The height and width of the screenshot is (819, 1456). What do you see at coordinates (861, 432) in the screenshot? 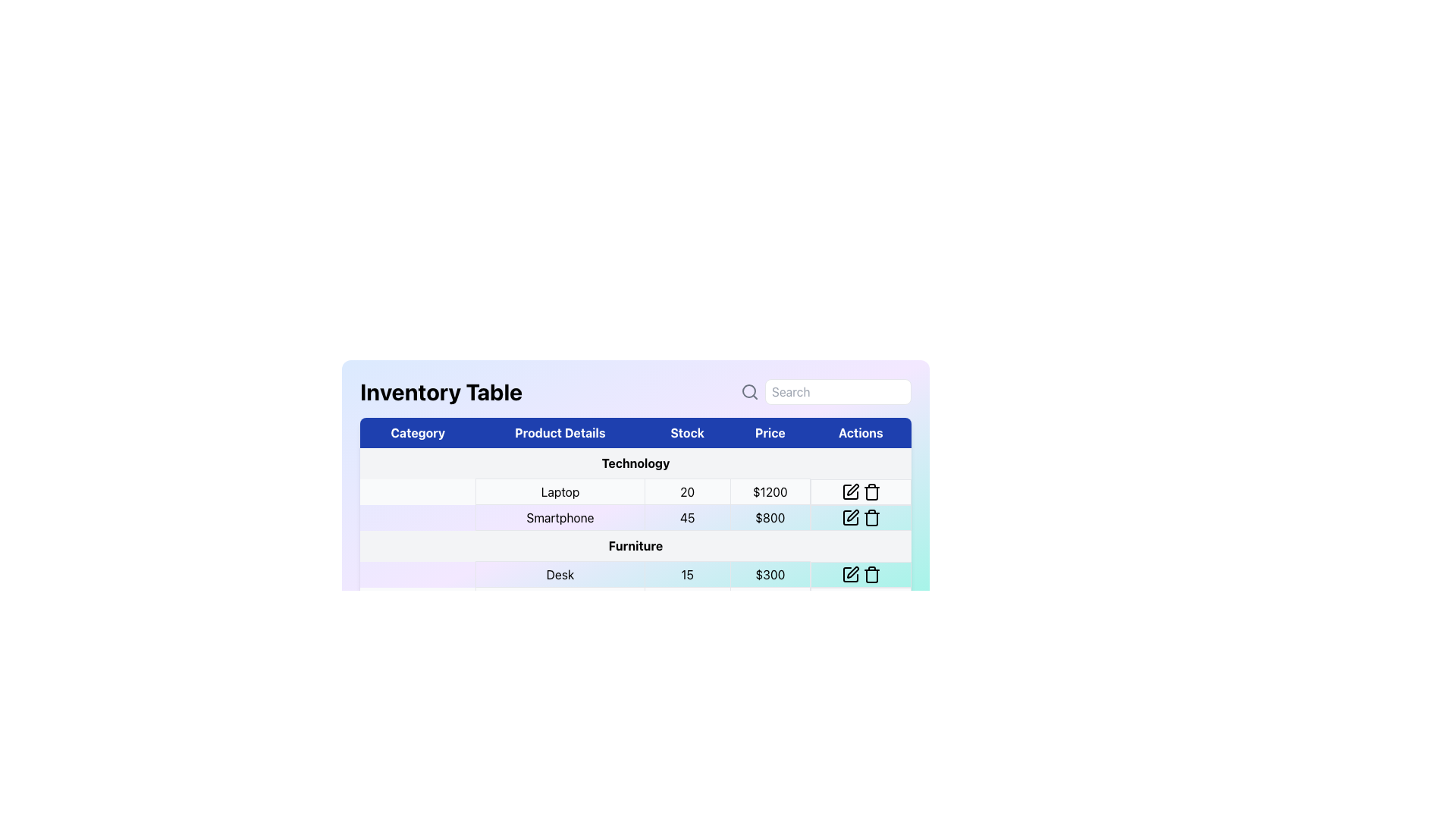
I see `the 'Actions' column header in the table, which is located at the top-right corner of the table content` at bounding box center [861, 432].